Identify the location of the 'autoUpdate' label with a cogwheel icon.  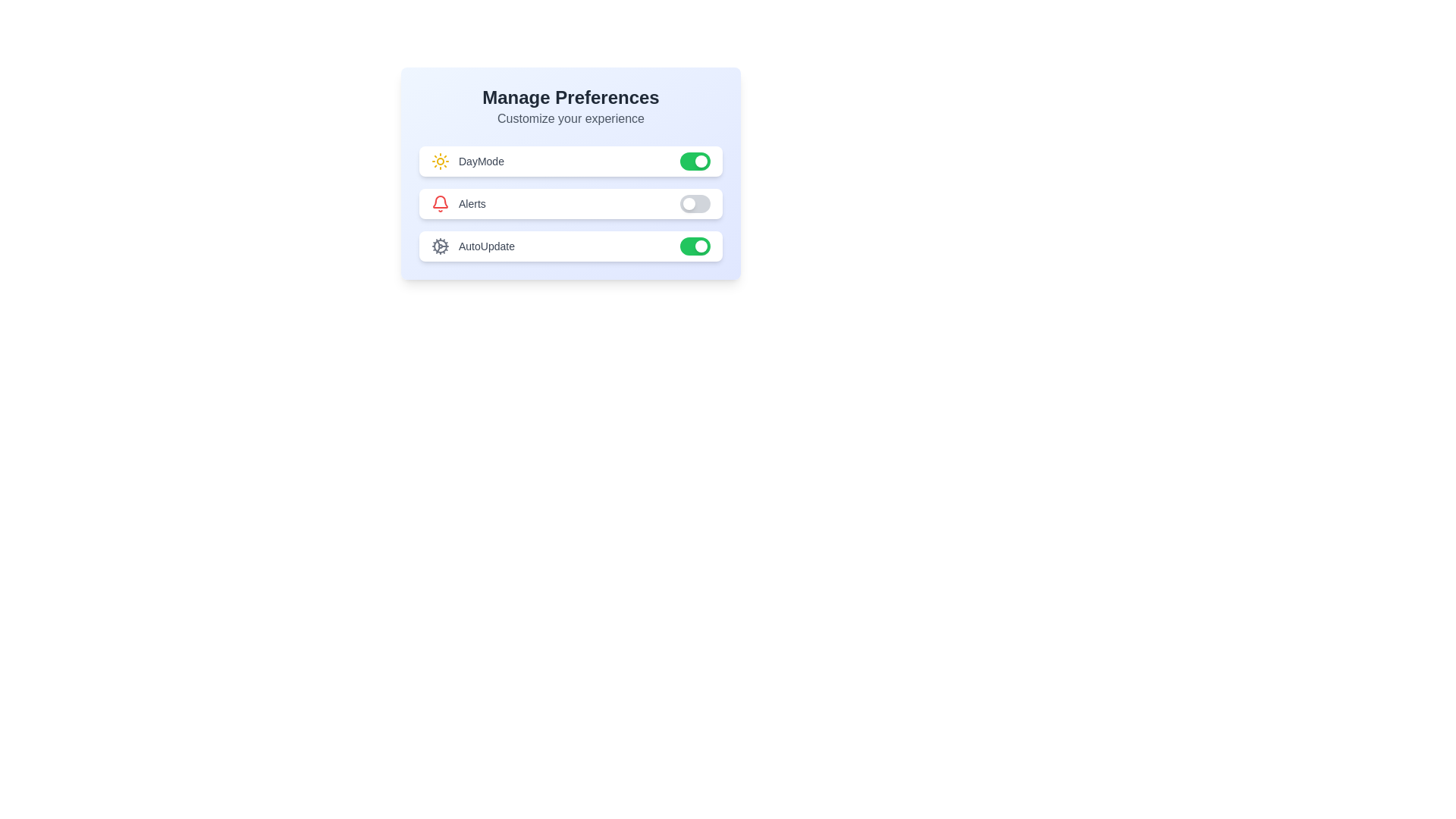
(472, 245).